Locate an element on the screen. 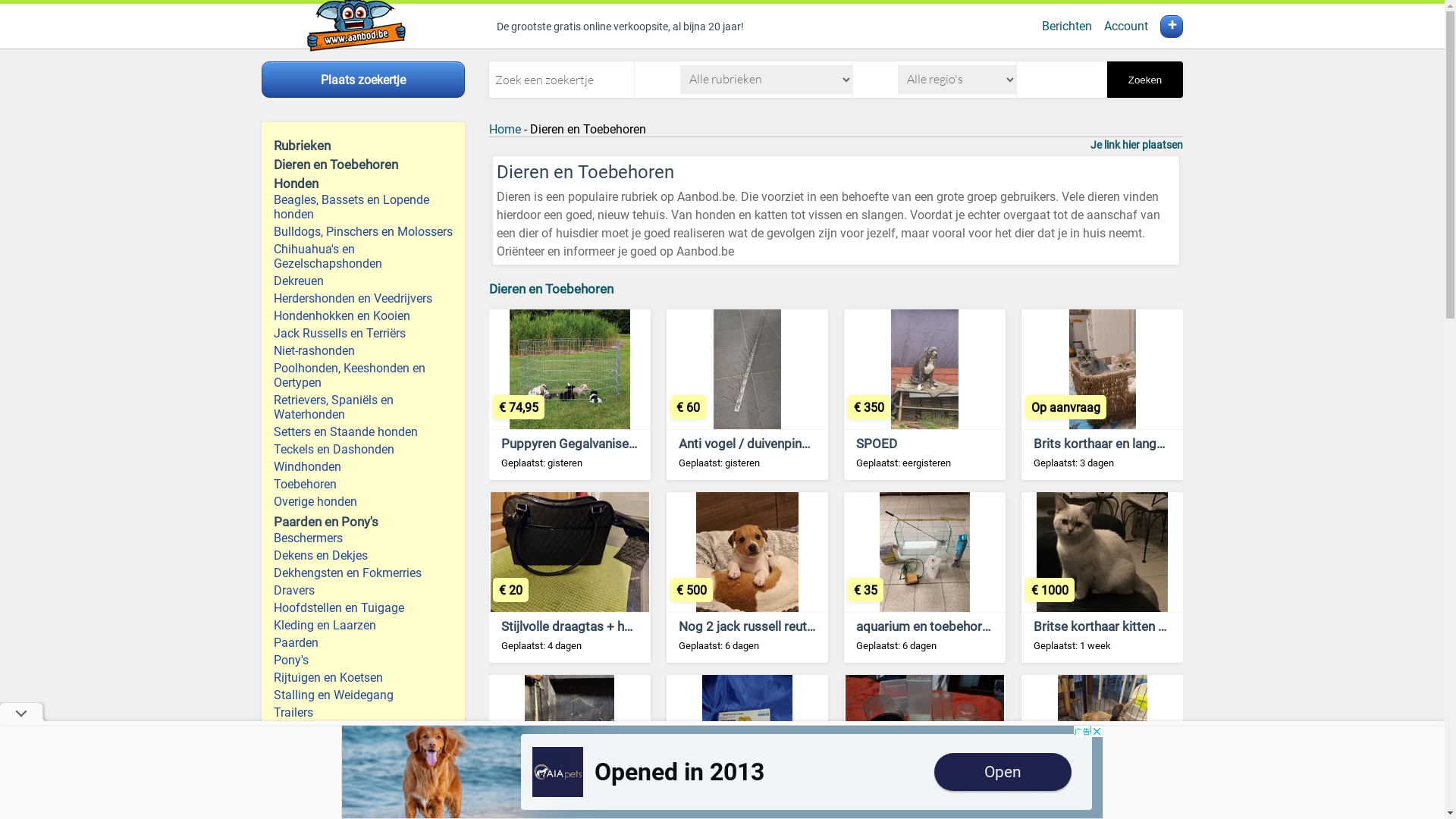 The image size is (1456, 819). 'Account' is located at coordinates (1125, 26).